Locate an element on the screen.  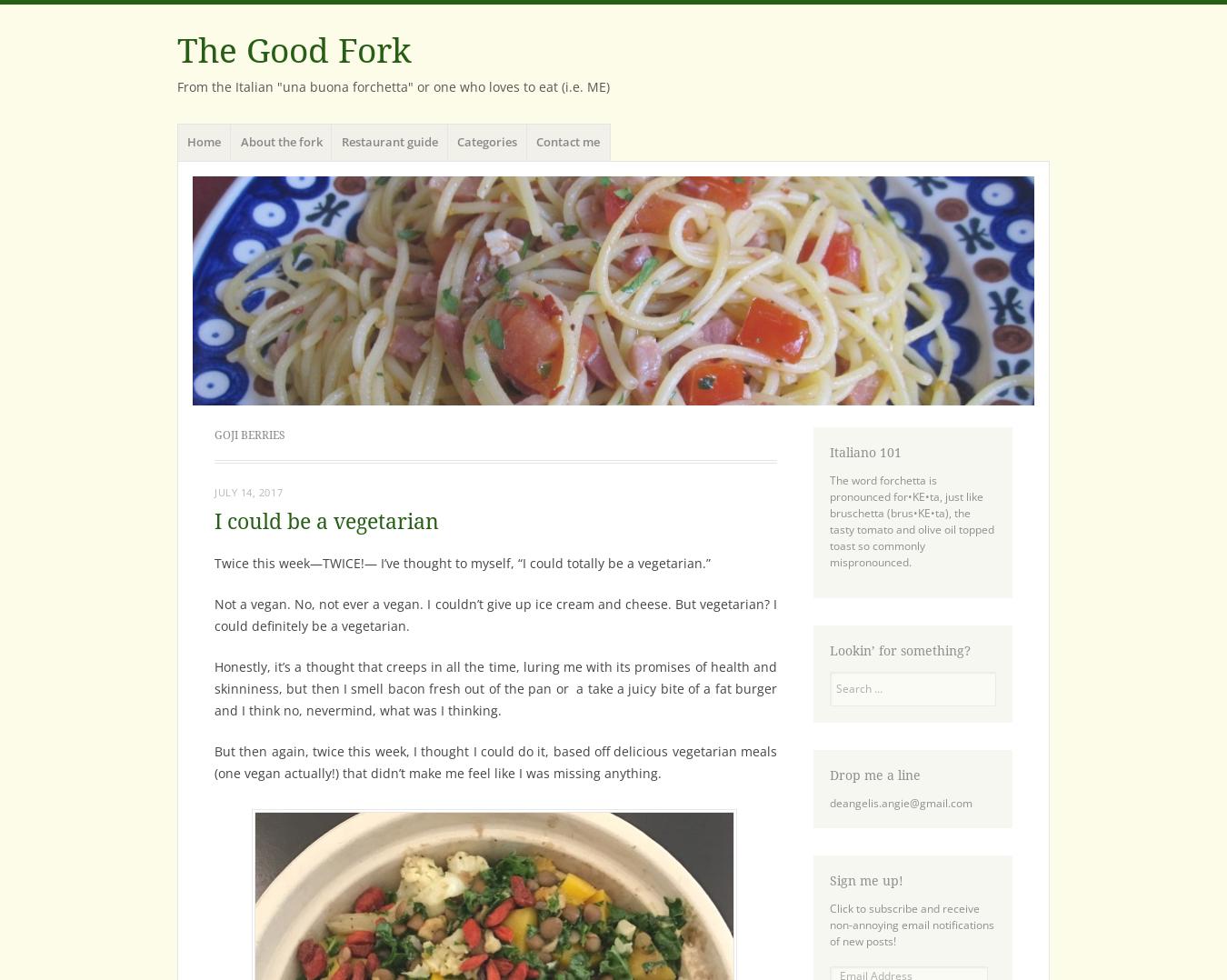
'Lookin’ for something?' is located at coordinates (898, 650).